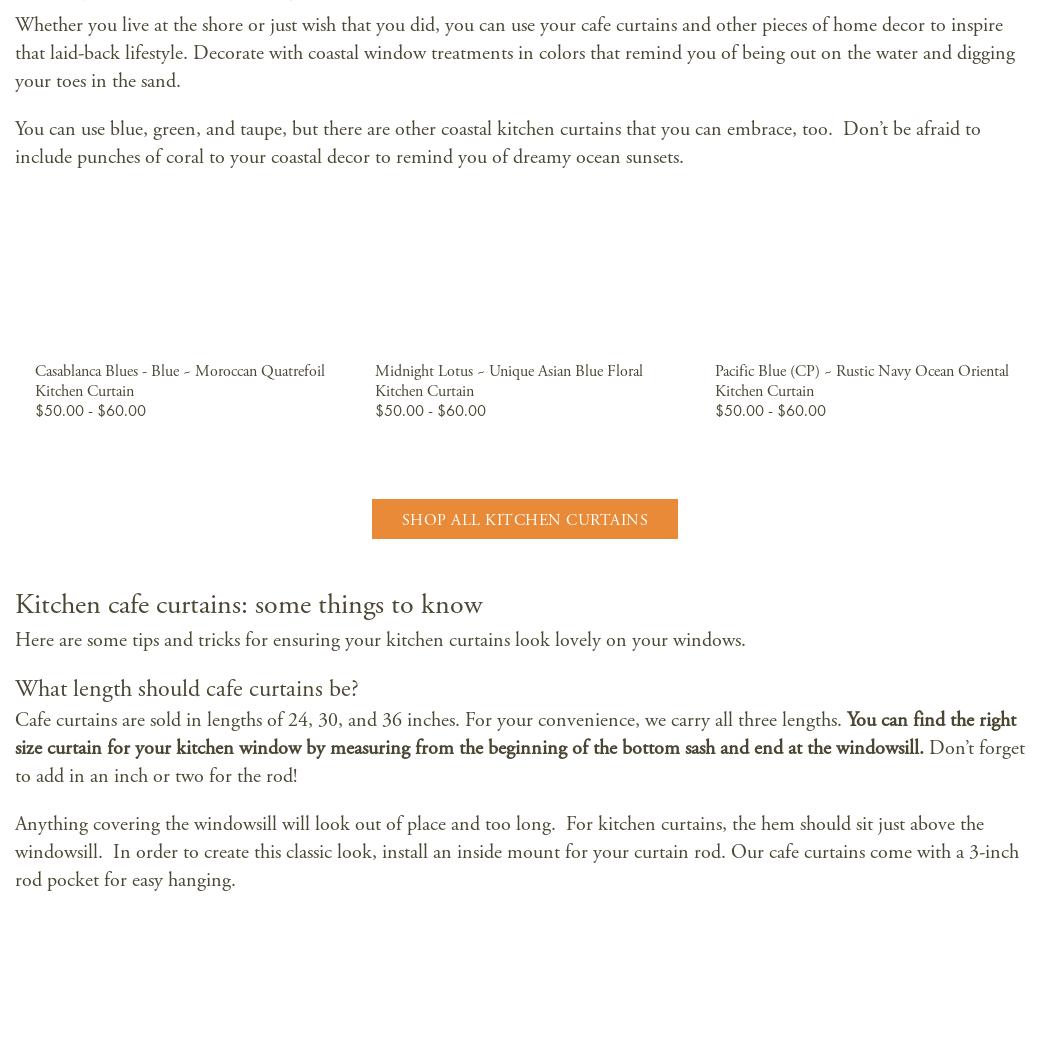 This screenshot has height=1058, width=1050. I want to click on 'Whether you live at the shore or just wish that you did, you can use your cafe curtains and other pieces of home decor to inspire that laid-back lifestyle. Decorate with coastal window treatments in colors that remind you of being out on the water and digging your toes in the sand.', so click(514, 52).